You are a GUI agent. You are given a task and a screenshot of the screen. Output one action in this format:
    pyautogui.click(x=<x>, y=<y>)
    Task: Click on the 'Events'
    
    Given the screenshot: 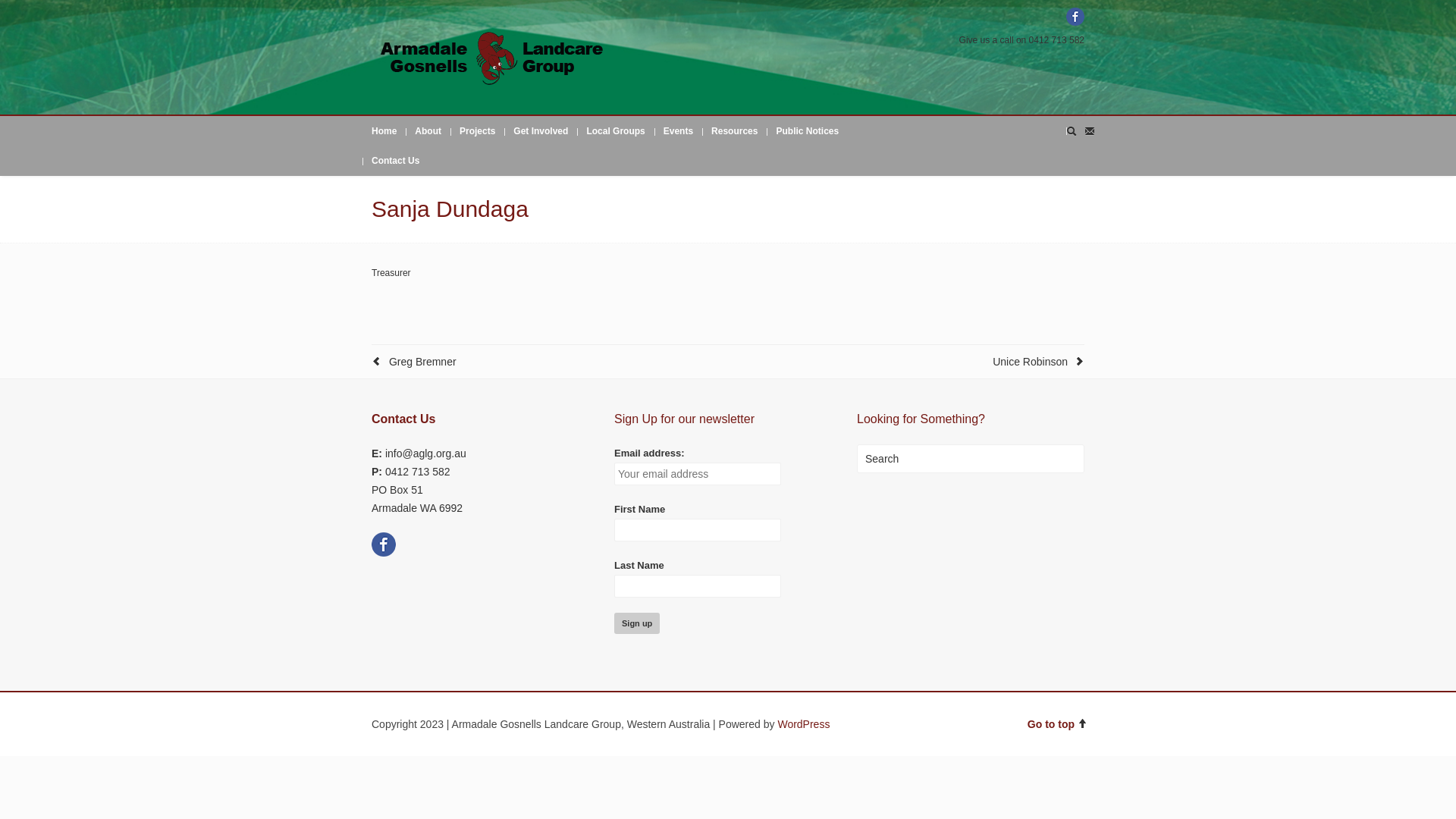 What is the action you would take?
    pyautogui.click(x=677, y=130)
    